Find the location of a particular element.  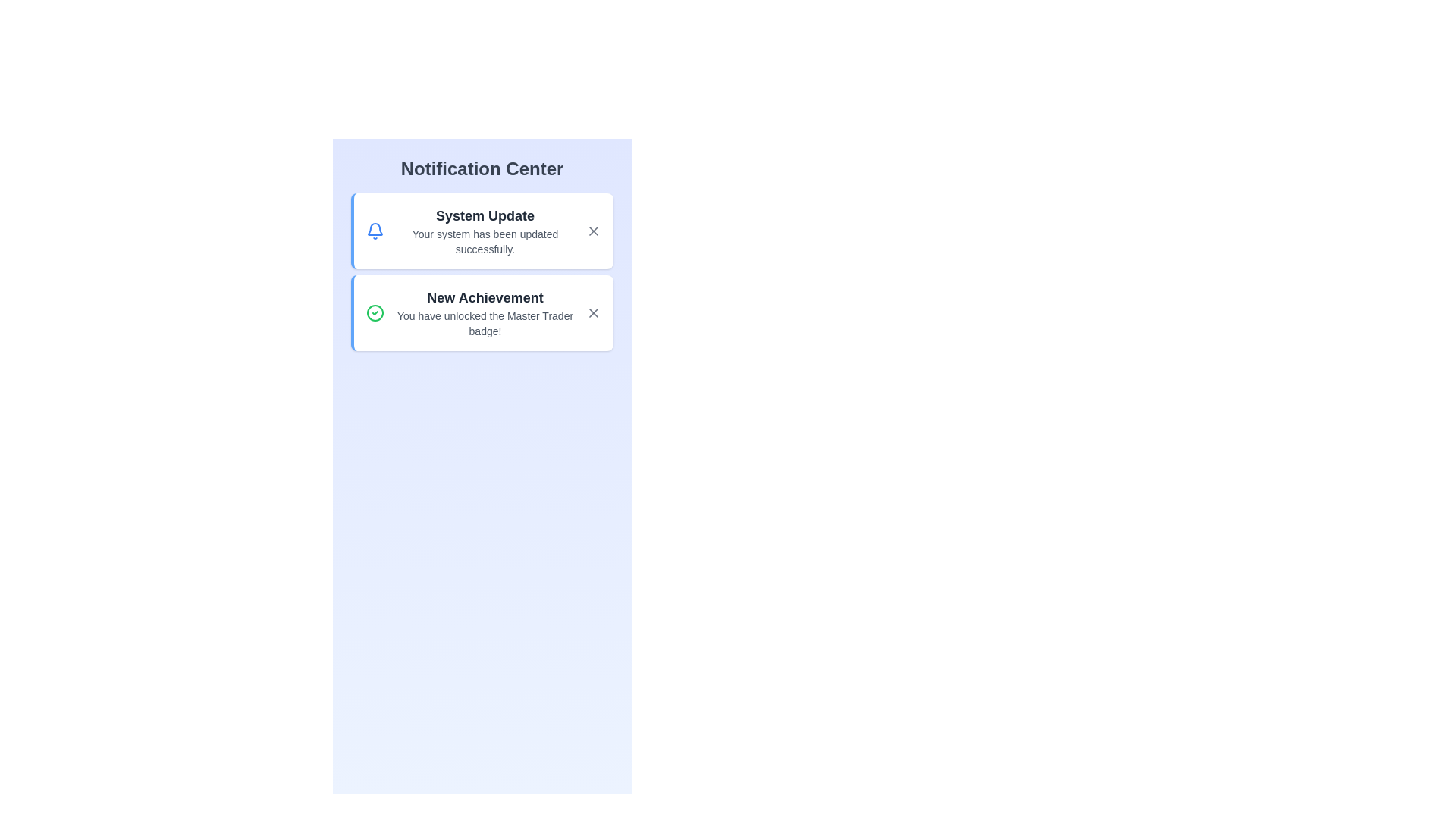

the achievement icon located within the 'New Achievement' notification card, positioned to the left of the title text is located at coordinates (375, 312).